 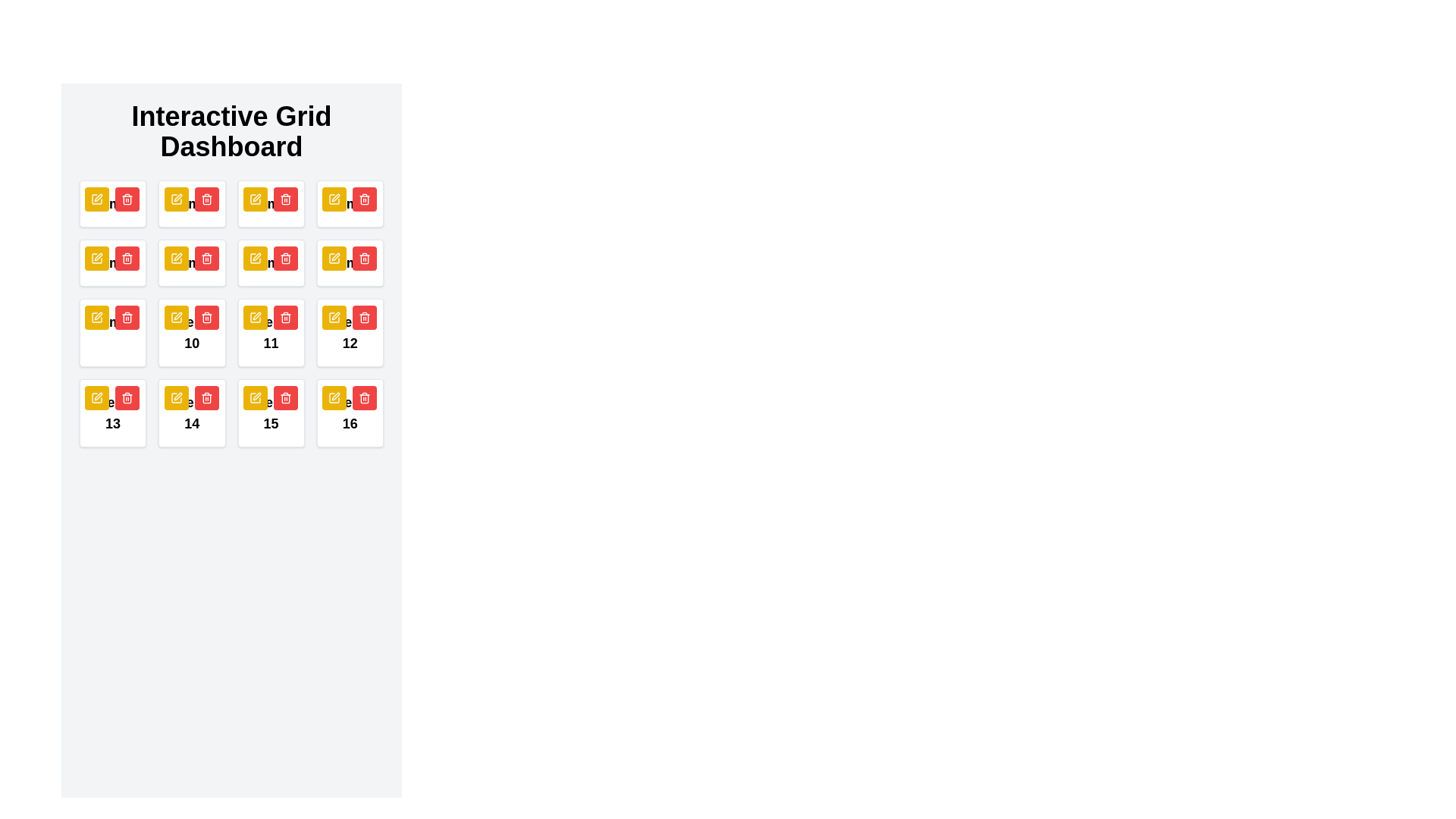 I want to click on the edit icon button, which is a small square with a stylized pen shape inside, located in the first row and first column of the 'Interactive Grid Dashboard', so click(x=255, y=257).